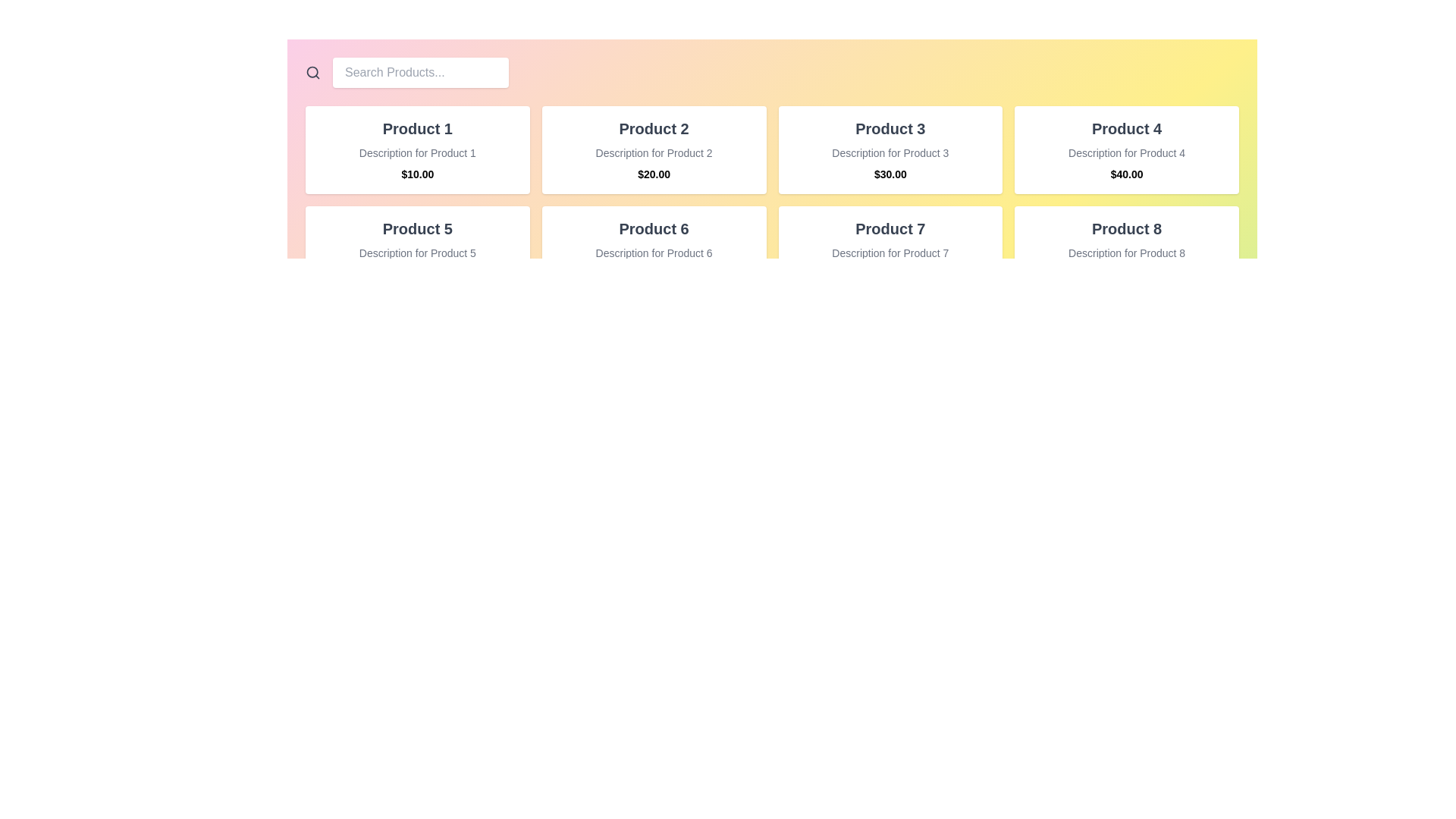 The image size is (1456, 819). Describe the element at coordinates (654, 127) in the screenshot. I see `the Text label that serves as the title for 'Product 2' located in the upper portion of the card in the second column of the first row` at that location.